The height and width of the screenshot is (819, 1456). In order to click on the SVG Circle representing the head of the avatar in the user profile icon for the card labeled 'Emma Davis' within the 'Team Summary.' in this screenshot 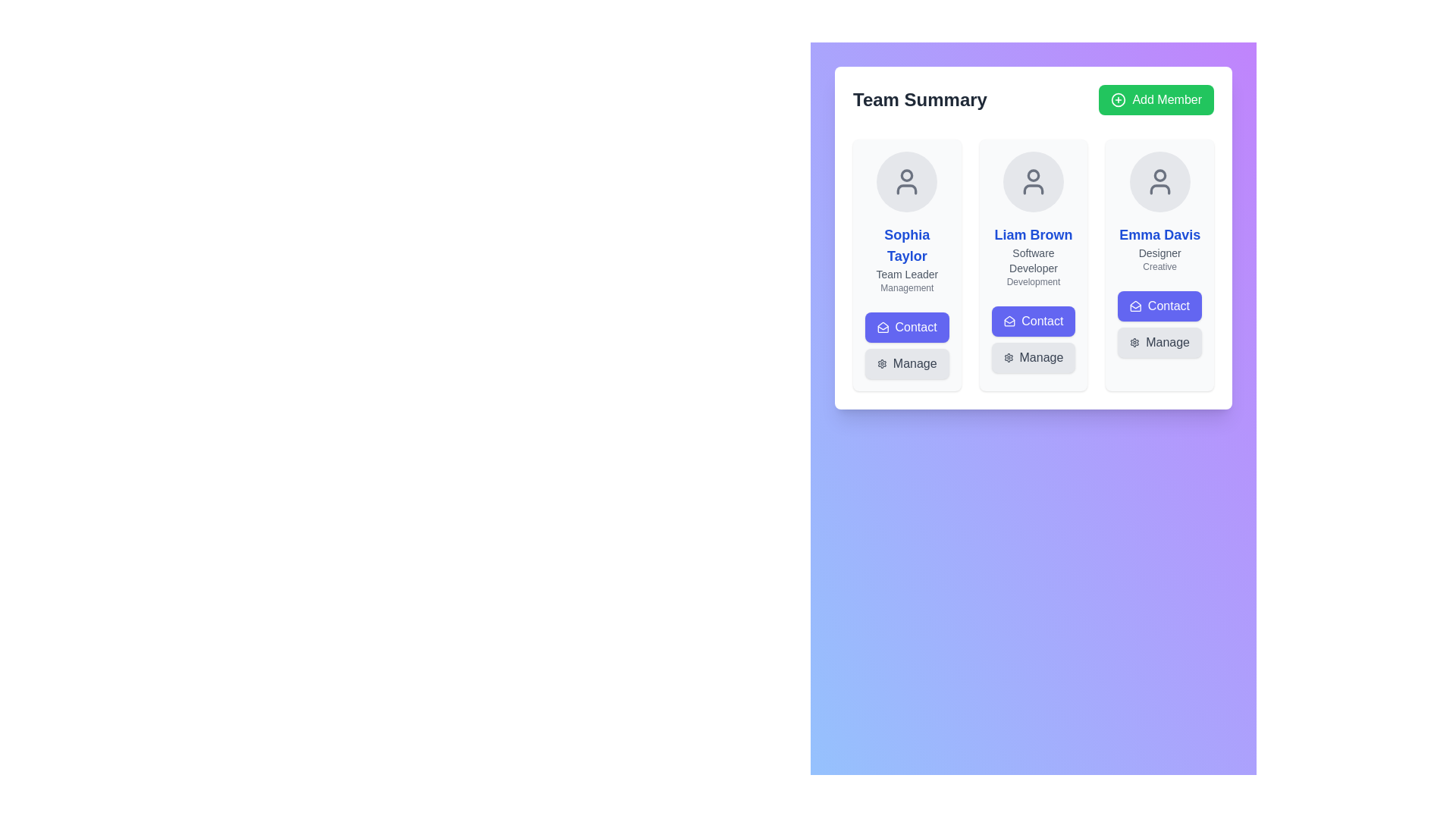, I will do `click(1159, 174)`.